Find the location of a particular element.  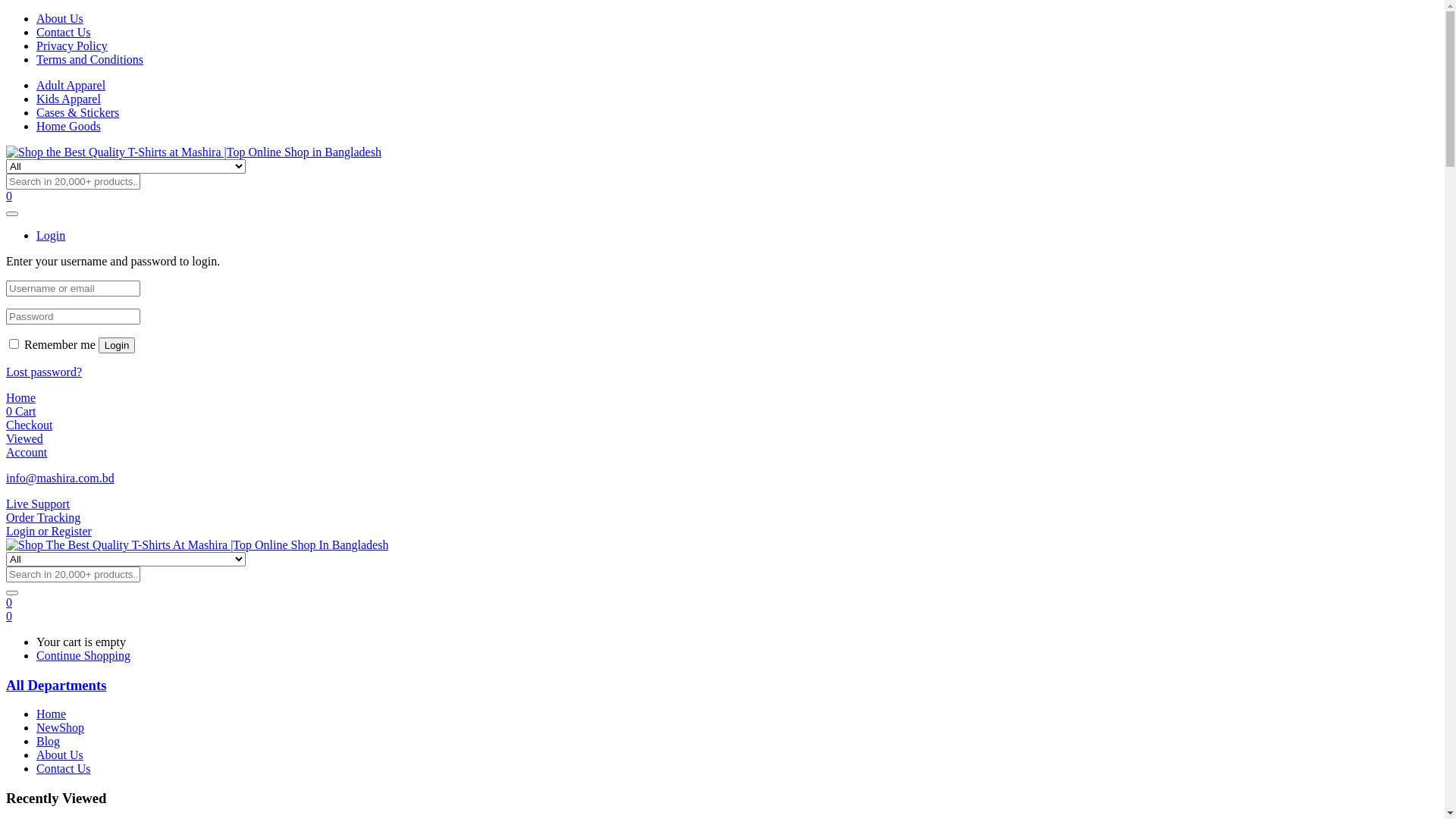

'Order Tracking' is located at coordinates (43, 516).